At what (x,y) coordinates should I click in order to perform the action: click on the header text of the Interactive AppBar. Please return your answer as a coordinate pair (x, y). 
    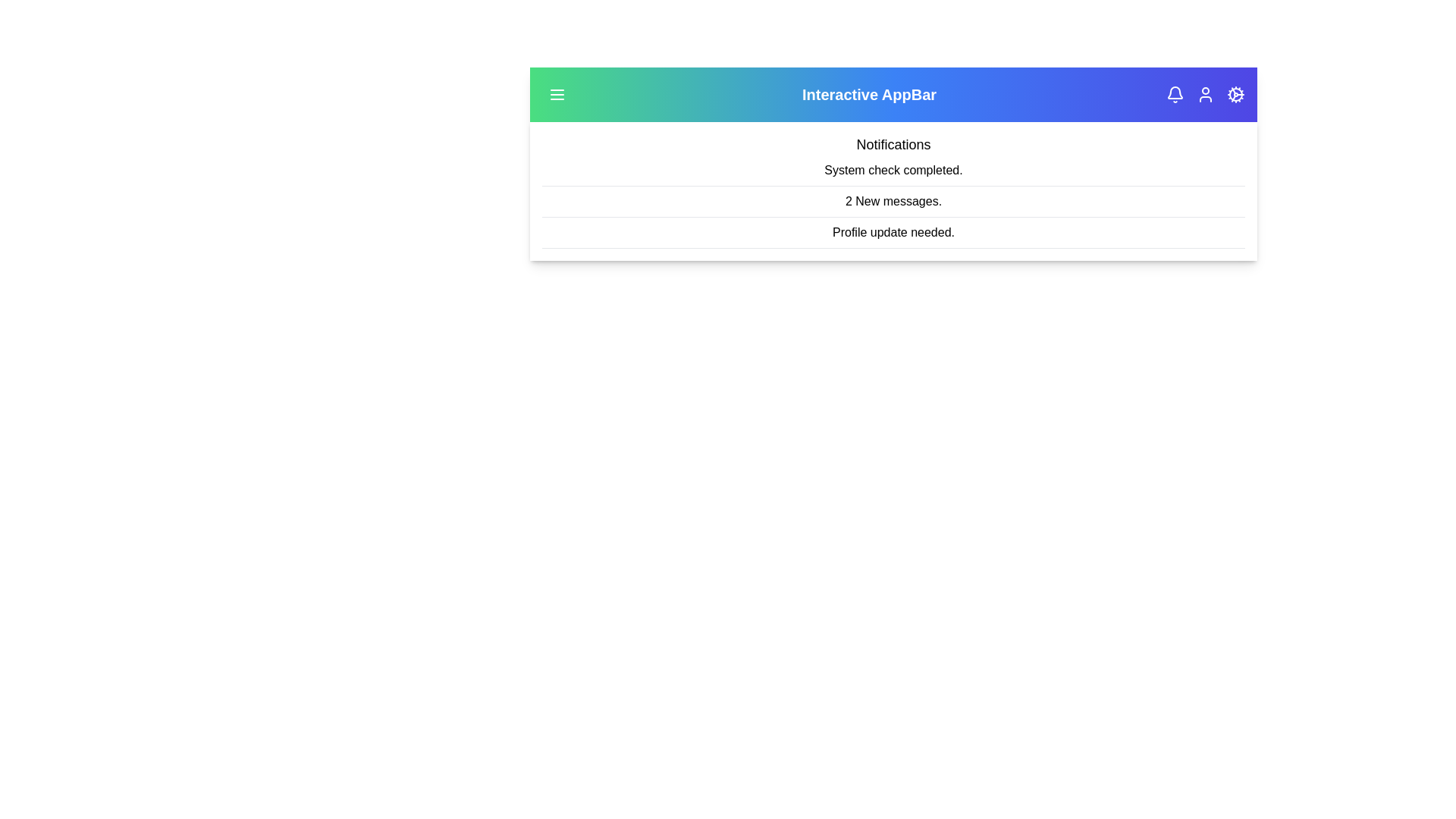
    Looking at the image, I should click on (869, 94).